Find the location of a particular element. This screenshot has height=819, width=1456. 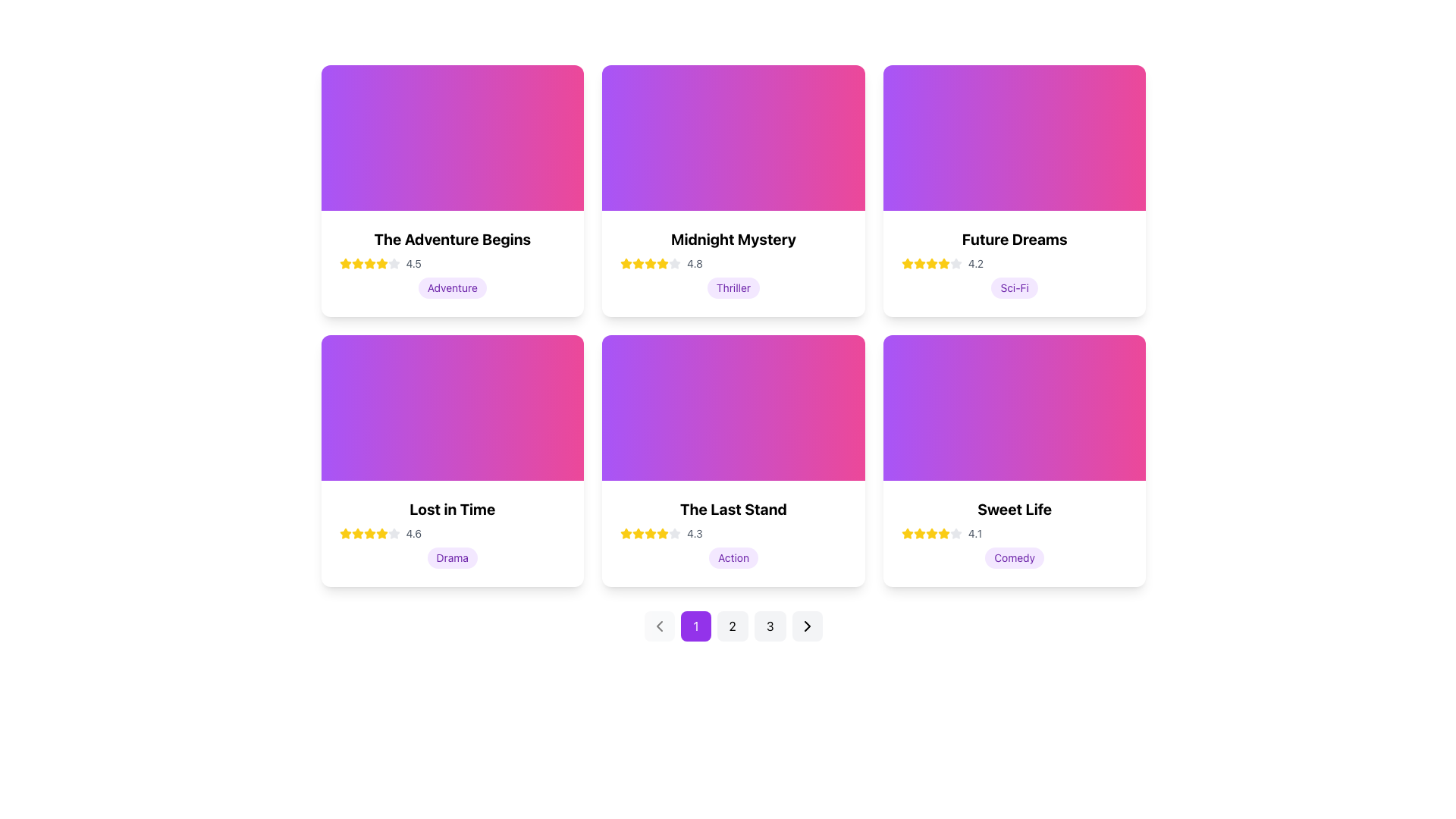

the first star icon in the star rating sequence for the movie 'The Last Stand', which indicates a rating of '4.3' is located at coordinates (626, 533).